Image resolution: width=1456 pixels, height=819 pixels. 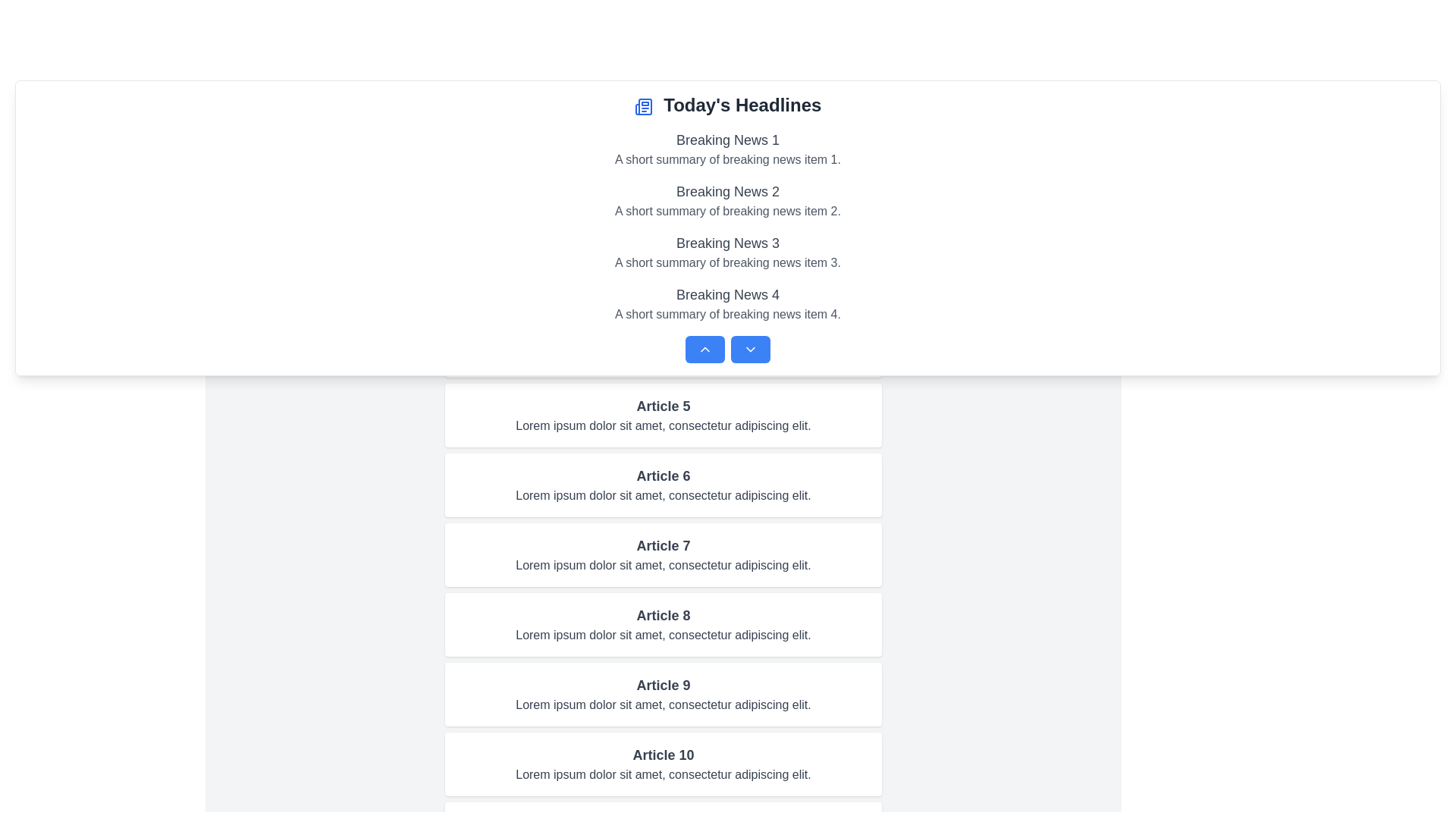 I want to click on the decorative or informational icon located at the top-left area of the header section, which supports the text 'Today's Headlines', so click(x=643, y=105).